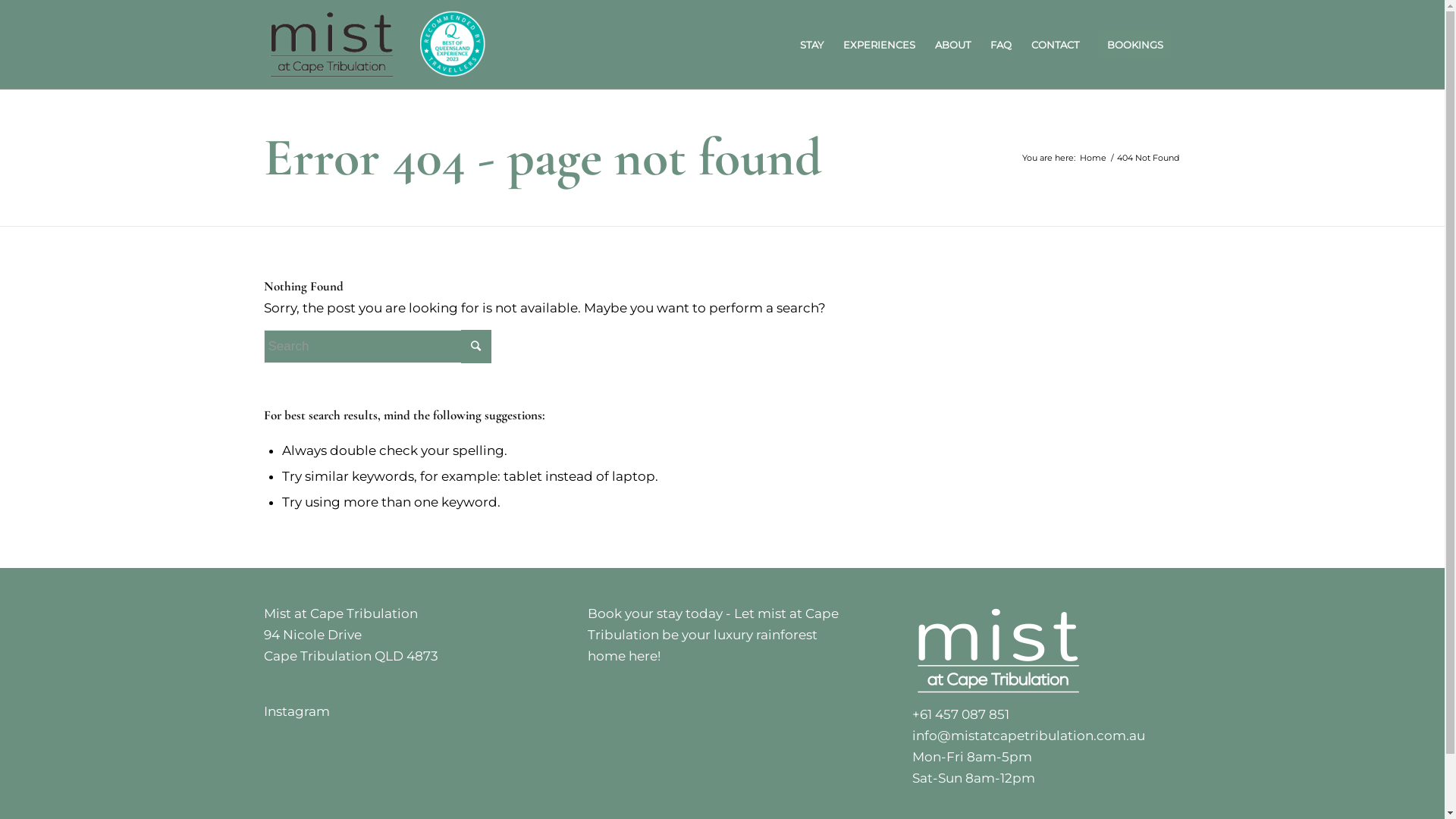 The height and width of the screenshot is (819, 1456). Describe the element at coordinates (644, 654) in the screenshot. I see `'here!'` at that location.